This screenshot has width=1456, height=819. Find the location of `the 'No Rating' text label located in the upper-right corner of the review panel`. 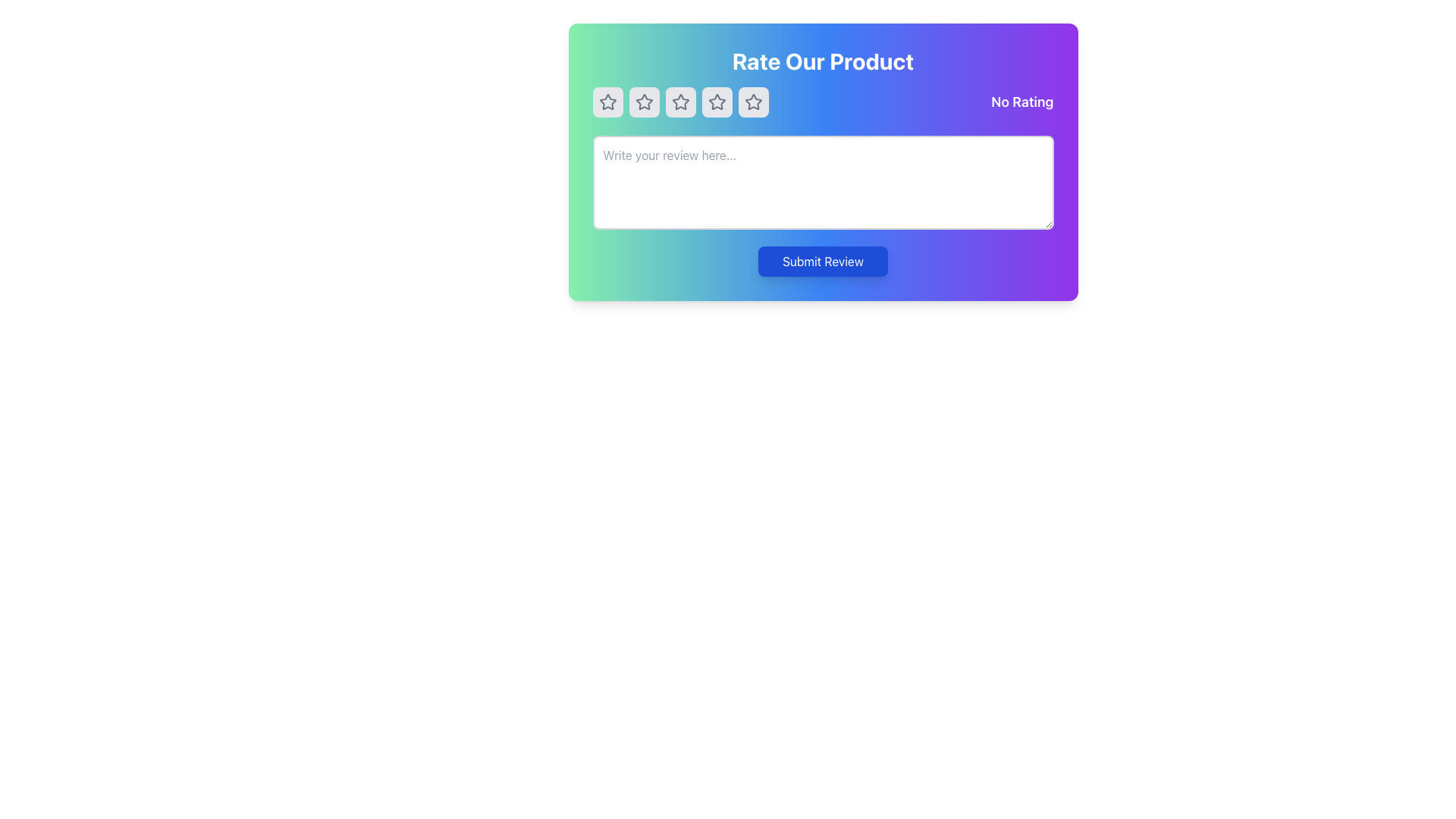

the 'No Rating' text label located in the upper-right corner of the review panel is located at coordinates (1022, 102).